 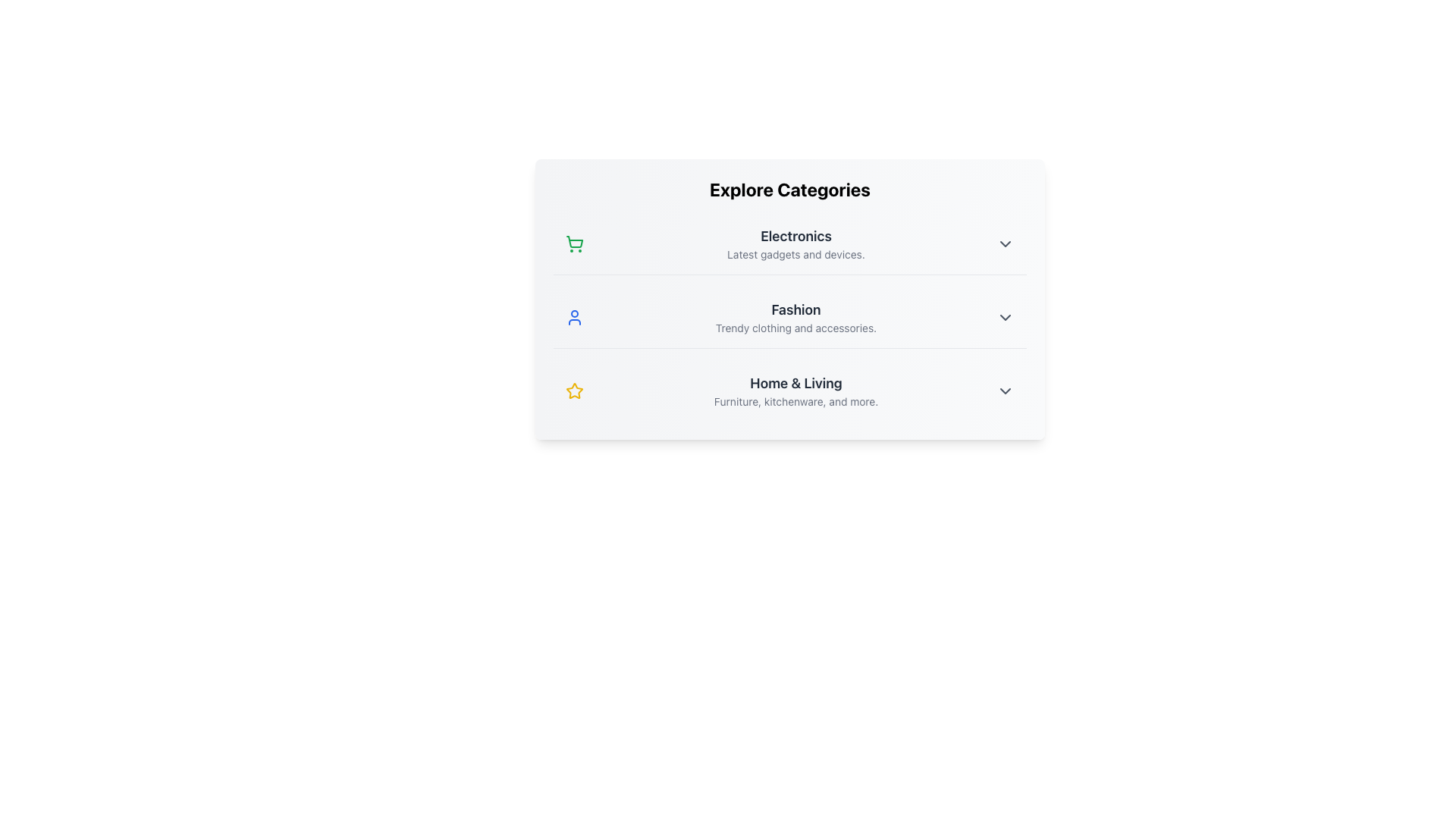 What do you see at coordinates (574, 391) in the screenshot?
I see `the star icon with a yellow outline, which is located to the left of the 'Home & Living' text within its card layout` at bounding box center [574, 391].